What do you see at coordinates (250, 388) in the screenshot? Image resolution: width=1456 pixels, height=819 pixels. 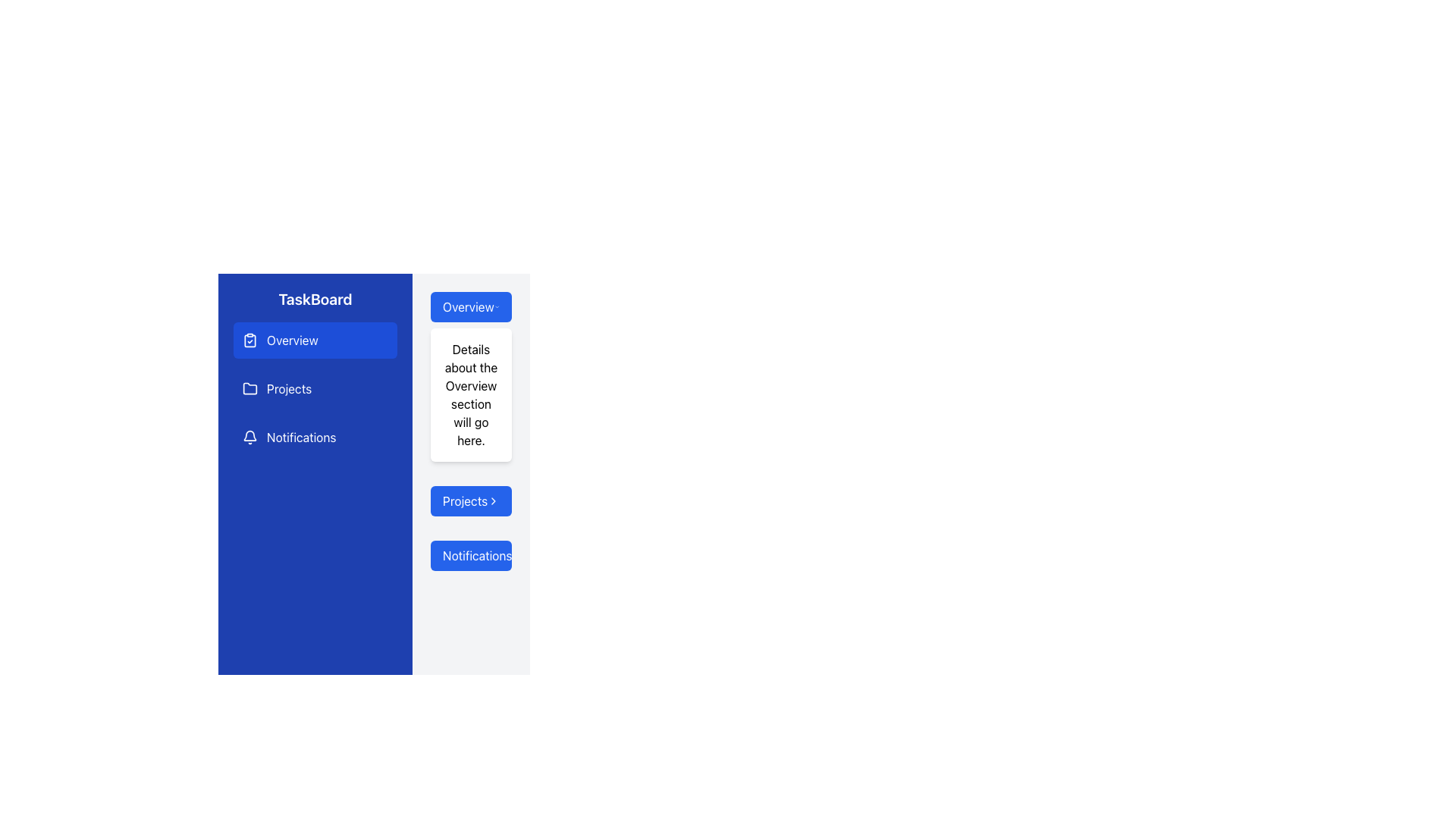 I see `the folder icon located in the left sidebar next to the 'Projects' label` at bounding box center [250, 388].